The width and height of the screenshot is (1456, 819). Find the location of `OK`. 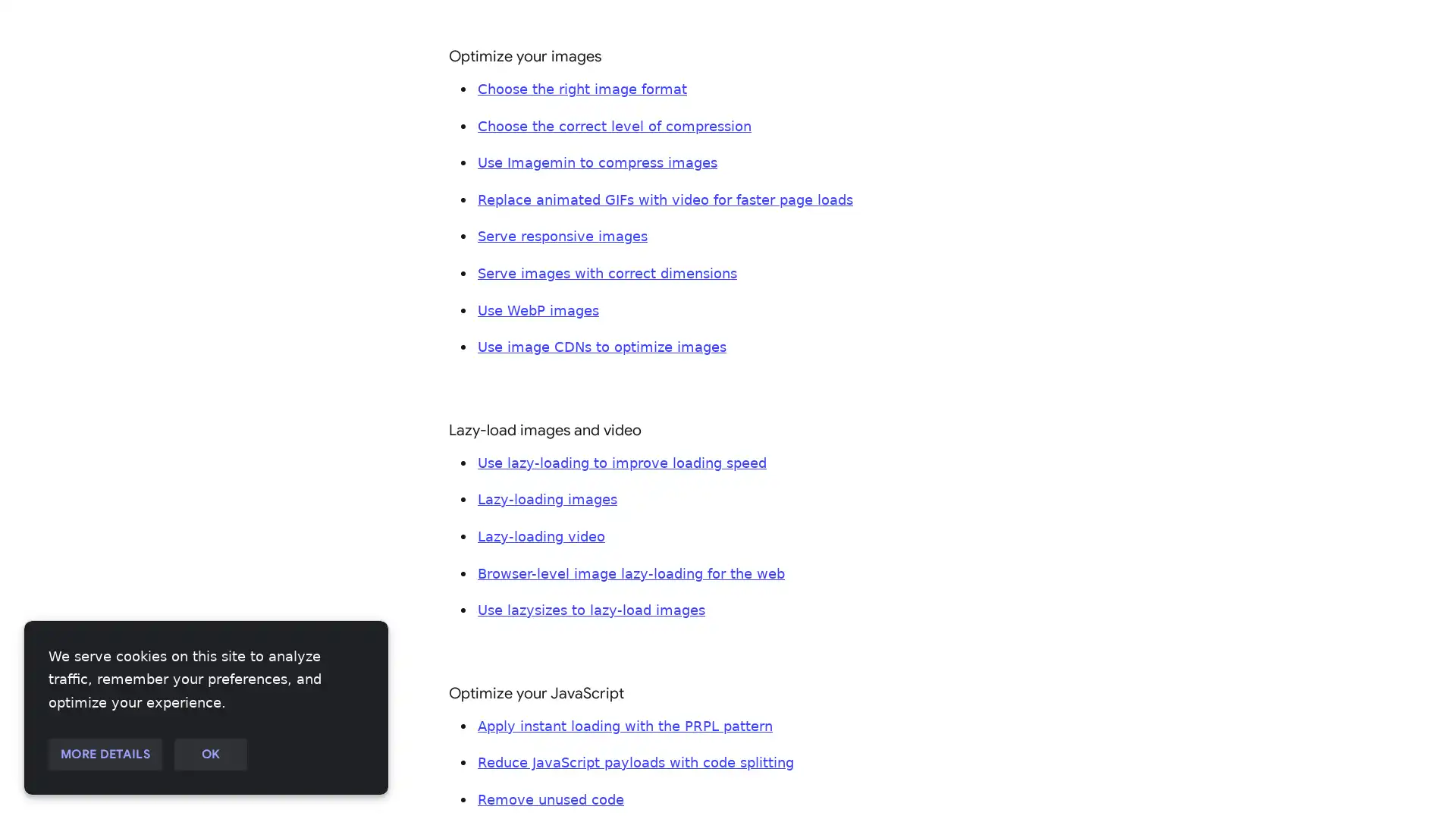

OK is located at coordinates (209, 755).